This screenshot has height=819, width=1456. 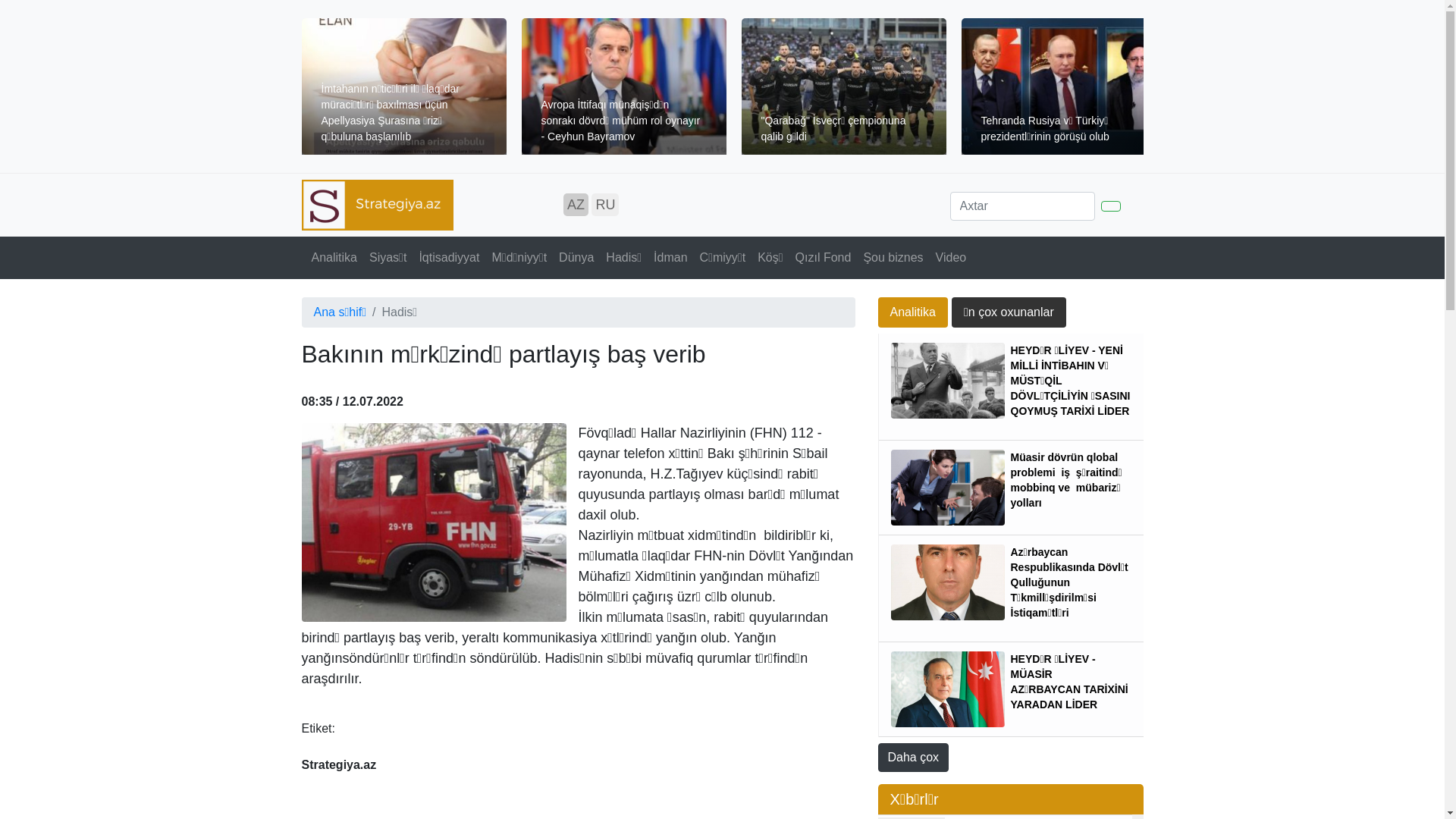 I want to click on 'AZ', so click(x=575, y=205).